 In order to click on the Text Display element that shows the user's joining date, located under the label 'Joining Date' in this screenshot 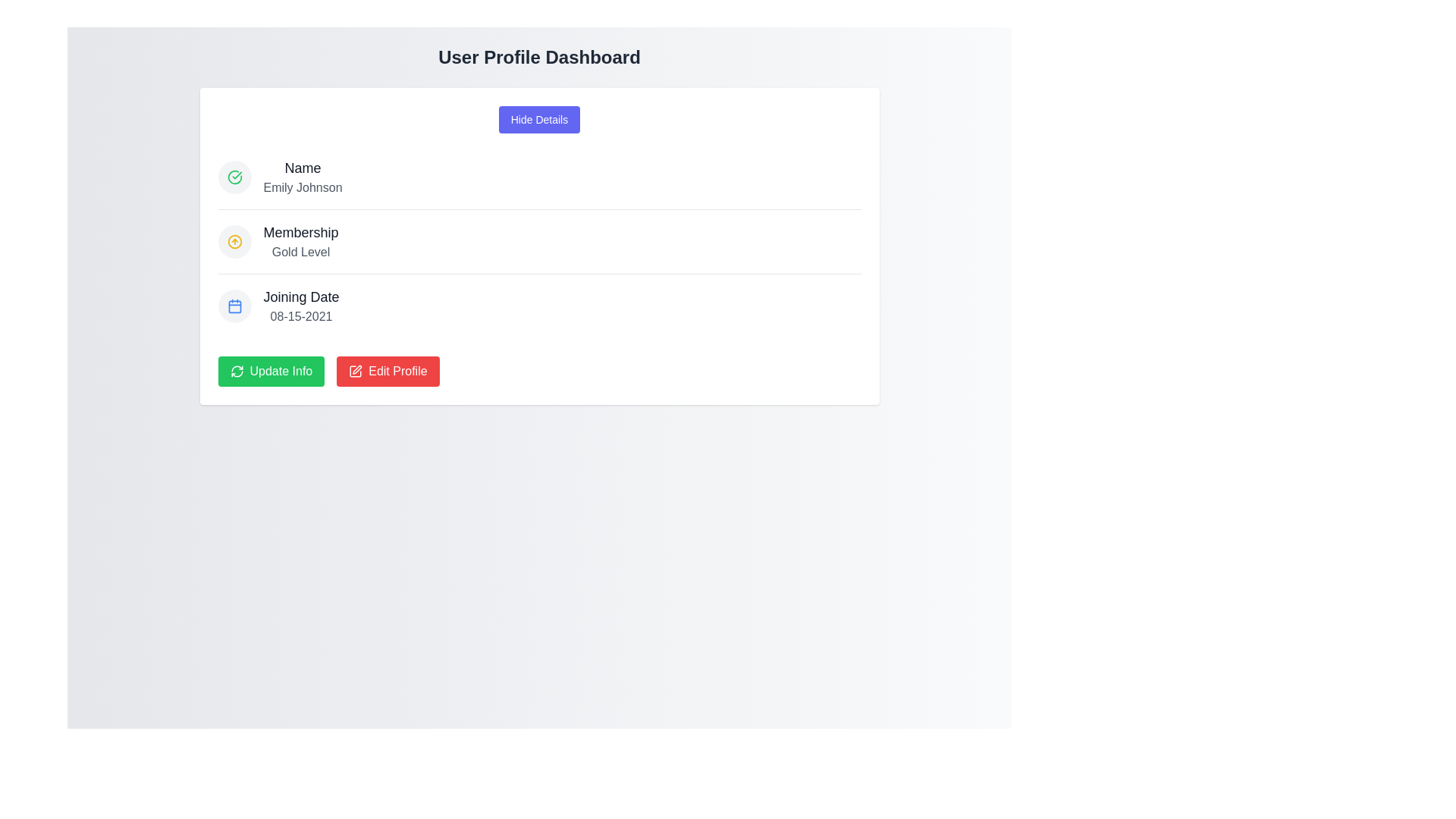, I will do `click(301, 315)`.